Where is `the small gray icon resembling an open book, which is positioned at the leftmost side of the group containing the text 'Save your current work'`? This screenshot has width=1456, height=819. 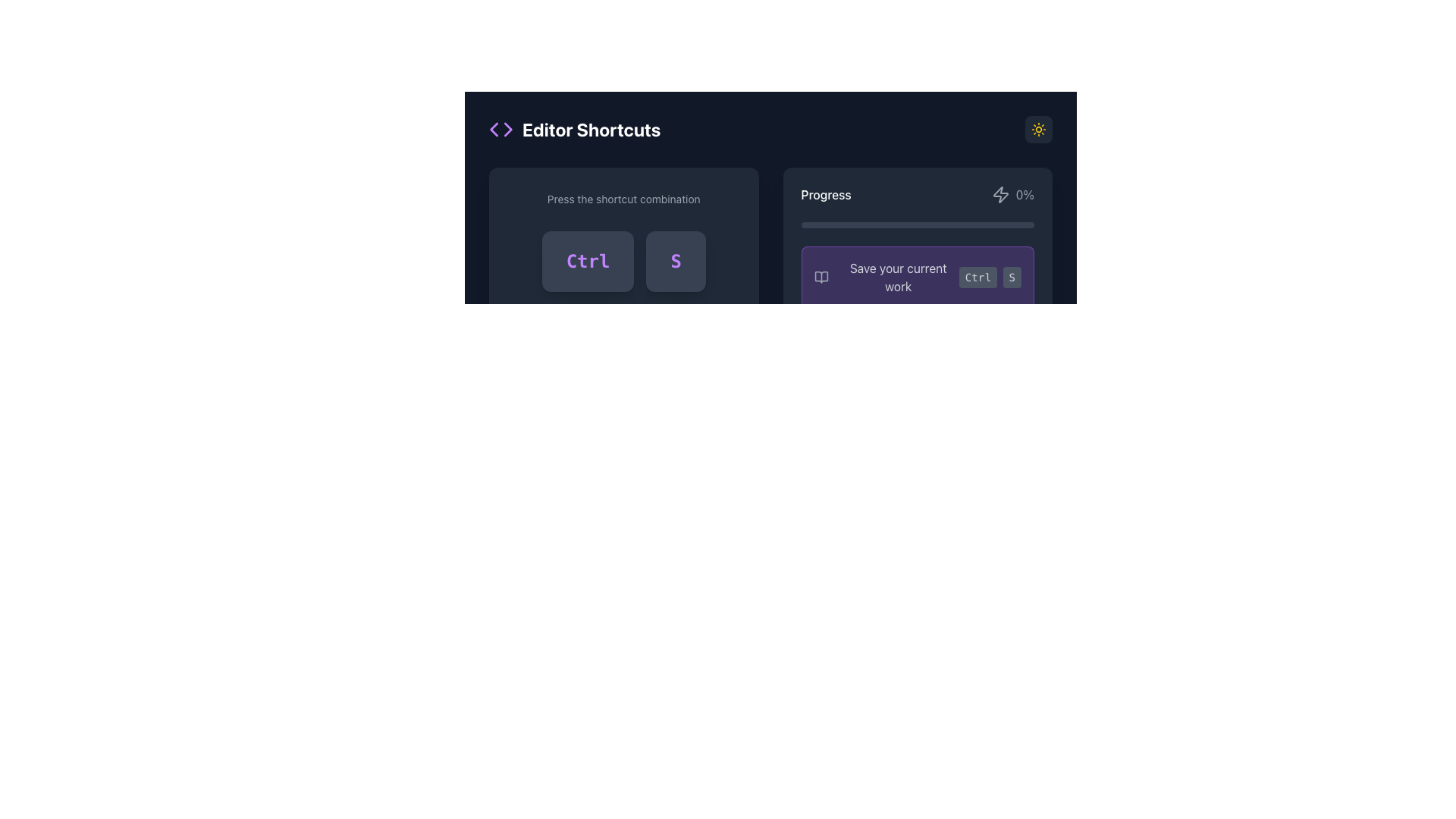
the small gray icon resembling an open book, which is positioned at the leftmost side of the group containing the text 'Save your current work' is located at coordinates (821, 278).